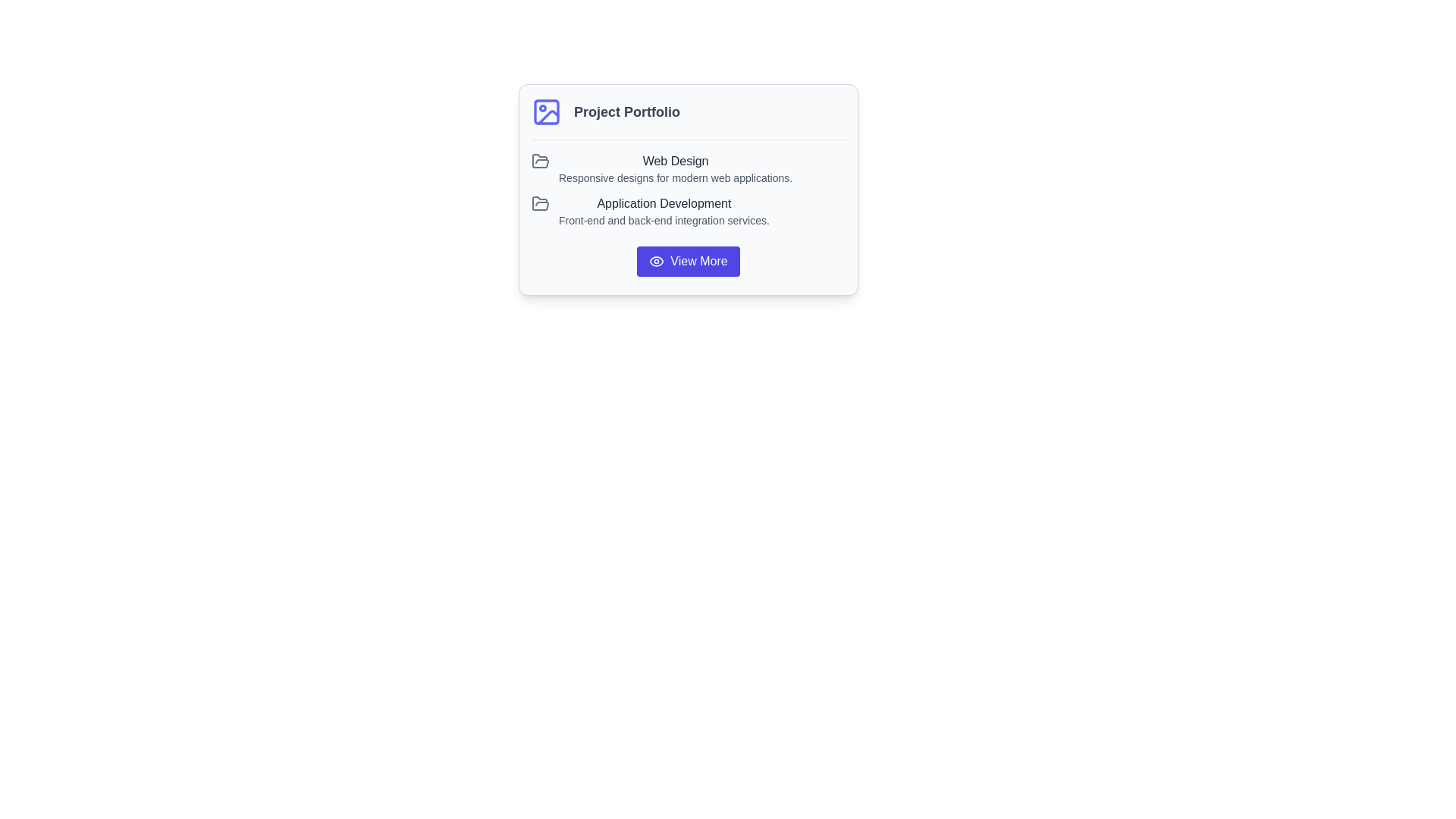 The width and height of the screenshot is (1456, 819). I want to click on the SVG rectangle with rounded corners located in the top-left section of the photo icon, so click(546, 111).